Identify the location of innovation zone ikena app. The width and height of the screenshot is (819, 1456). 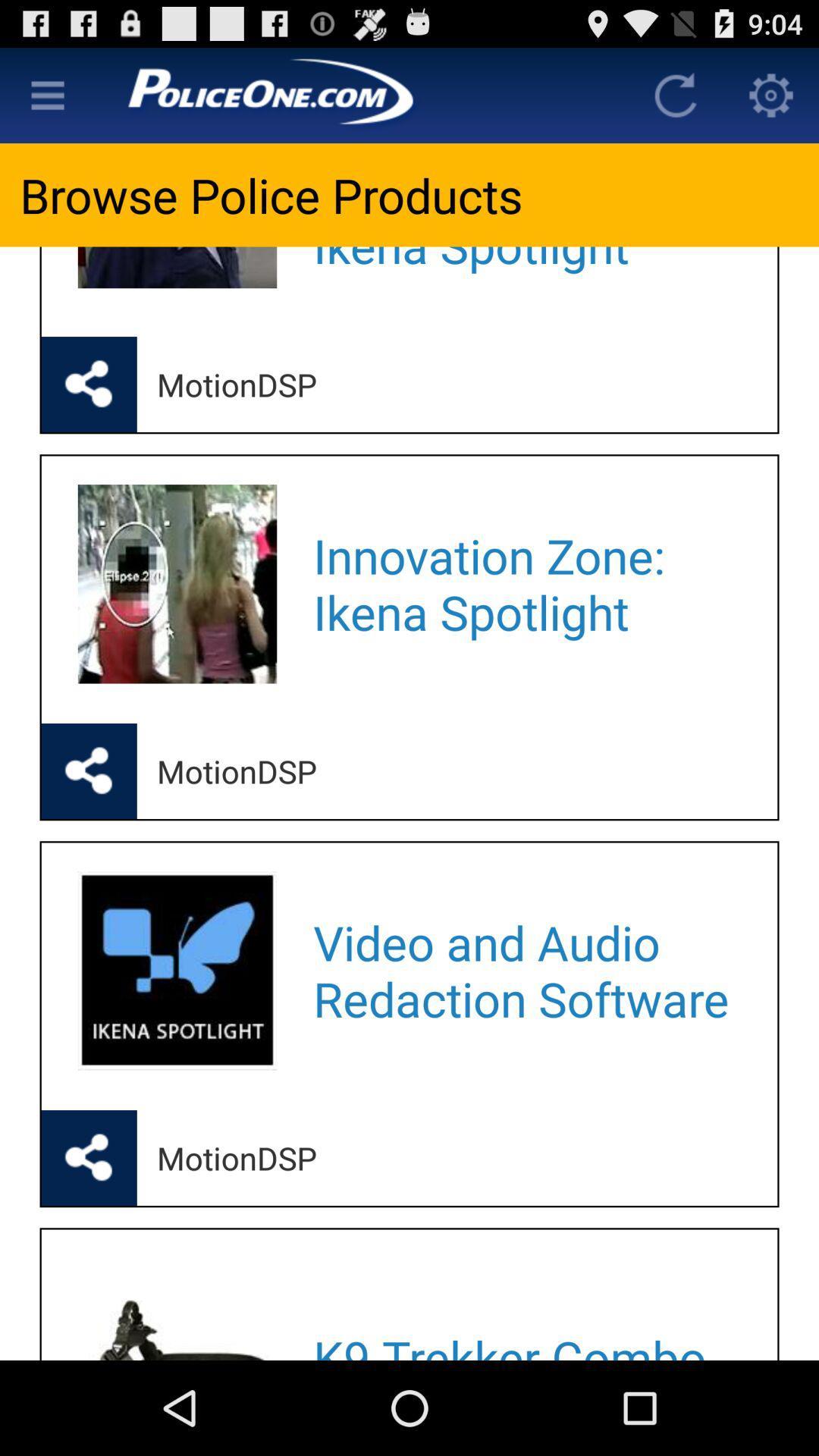
(525, 583).